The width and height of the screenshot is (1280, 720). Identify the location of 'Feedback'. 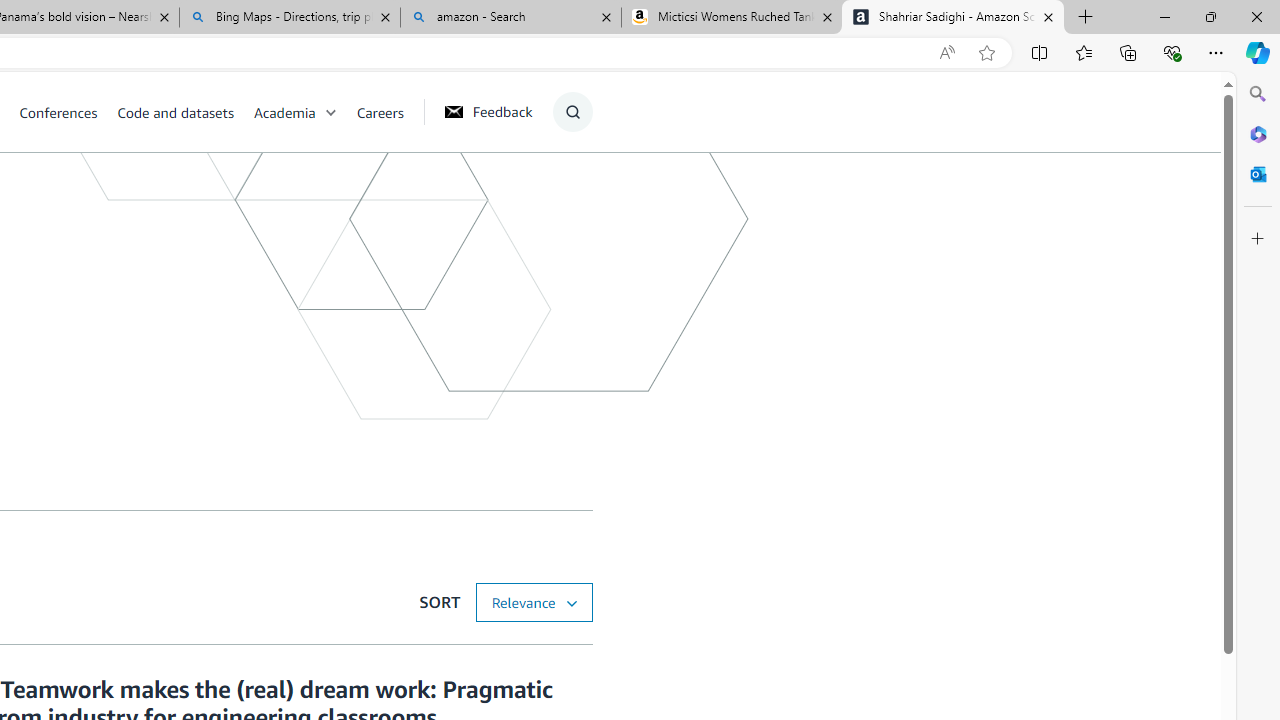
(488, 111).